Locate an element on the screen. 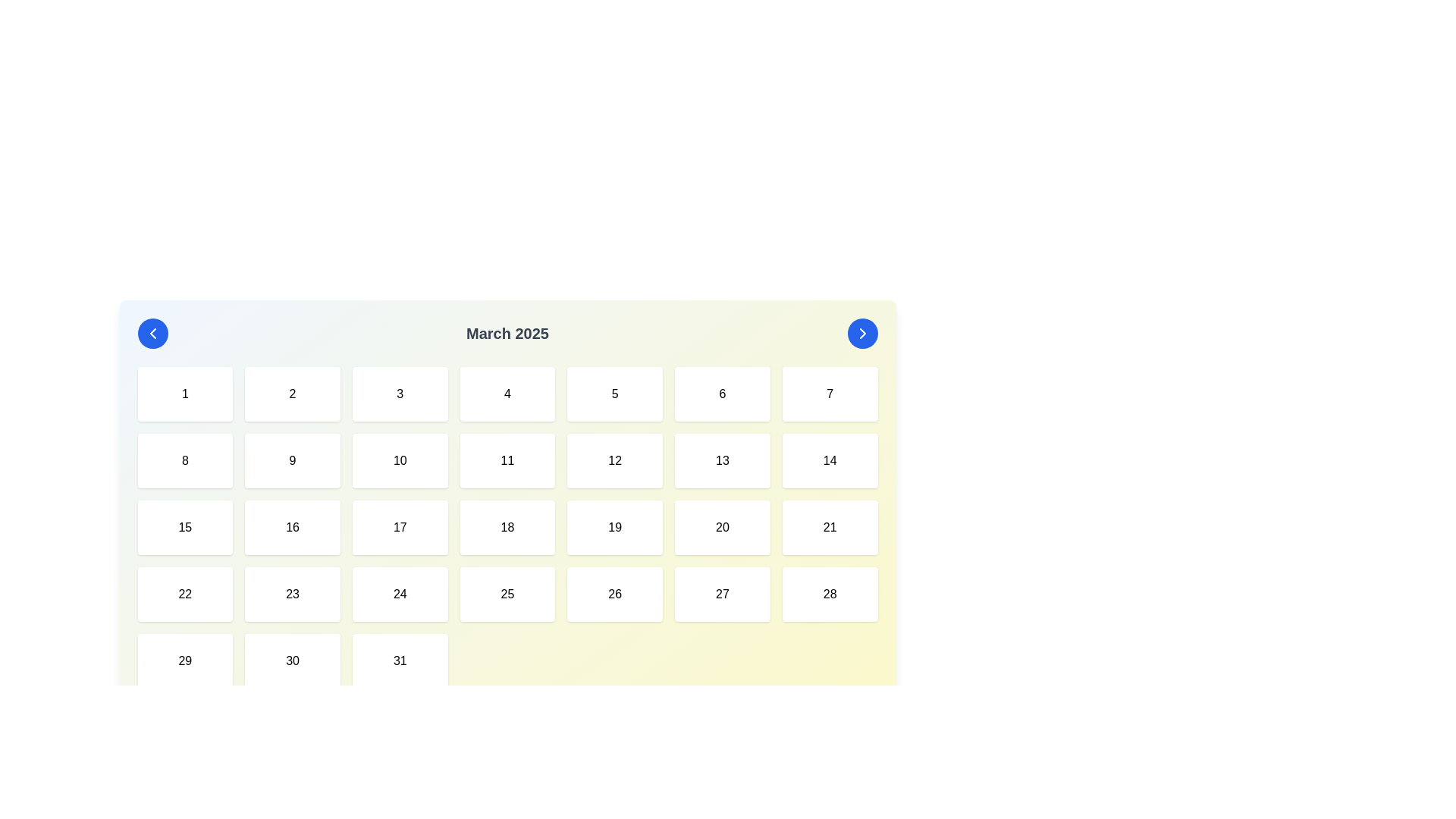 The width and height of the screenshot is (1456, 819). the calendar date element labeled '3' is located at coordinates (400, 394).